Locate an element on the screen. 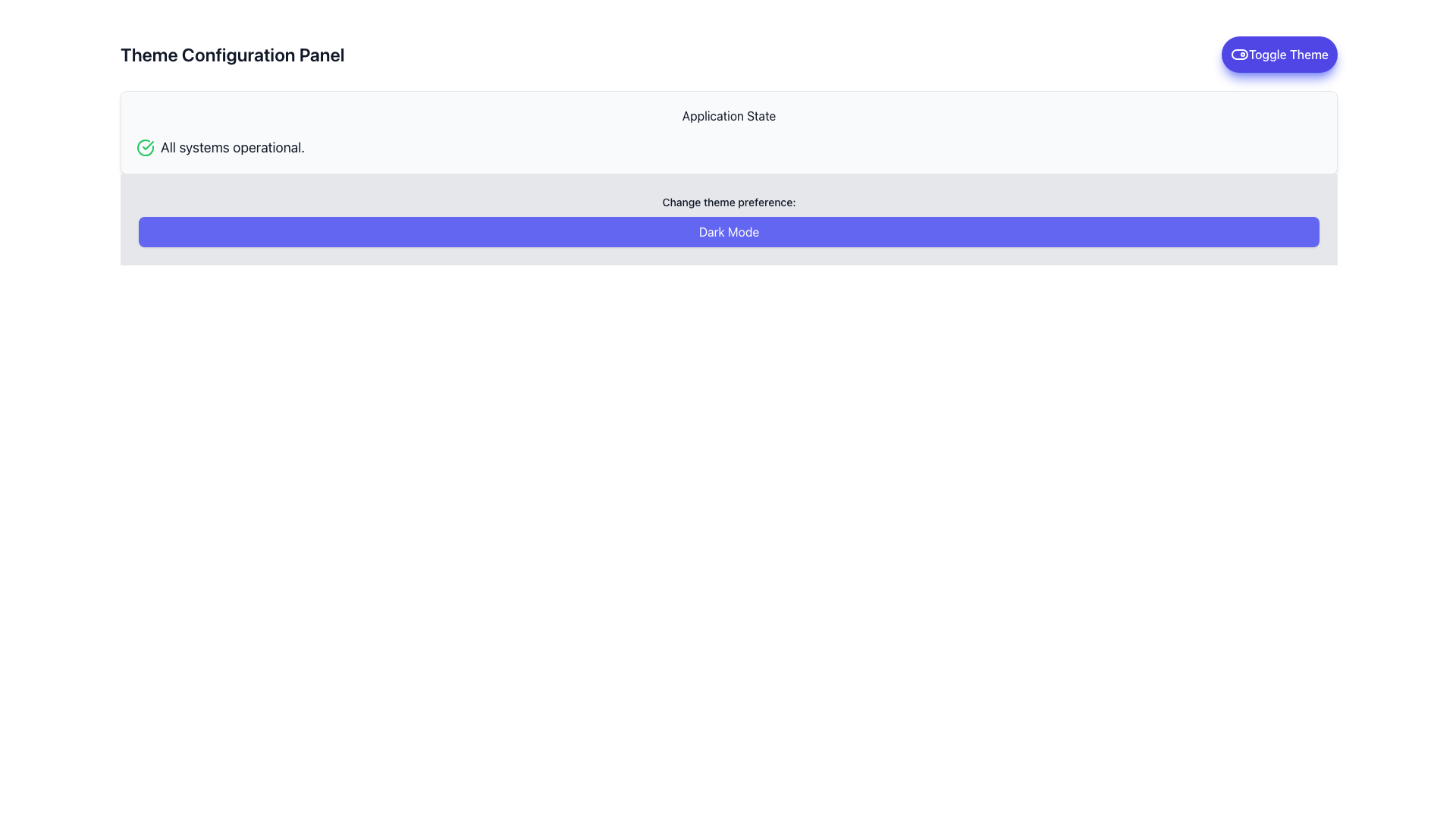 The image size is (1456, 819). the text label displaying 'All systems operational.', which is positioned to the right of a green checkmark icon, indicating a positive operational status is located at coordinates (232, 148).